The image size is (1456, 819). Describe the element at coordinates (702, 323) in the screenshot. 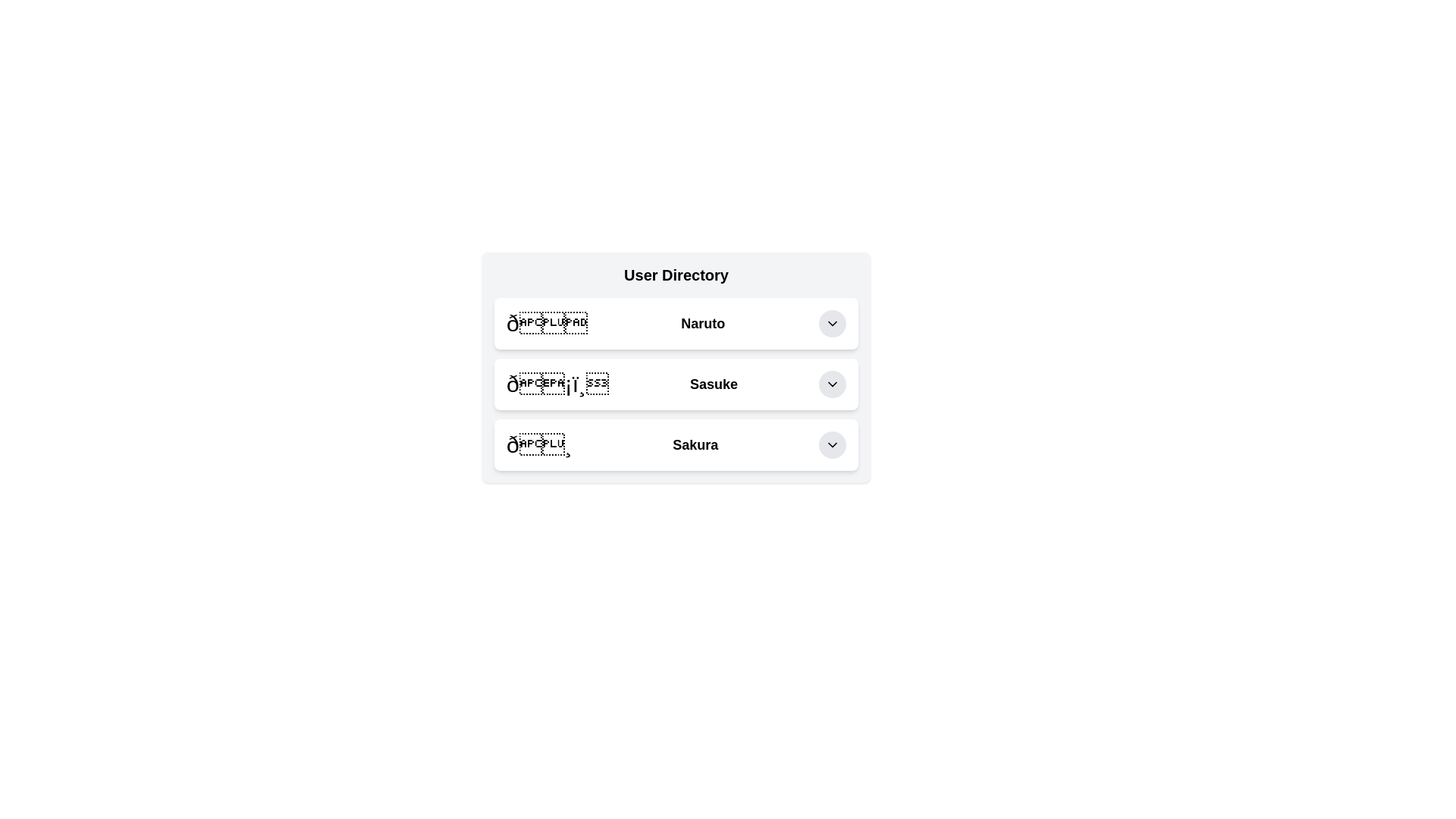

I see `the text label displaying the name 'Naruto' in the User Directory, which is located between a globe emoji icon and a dropdown button` at that location.